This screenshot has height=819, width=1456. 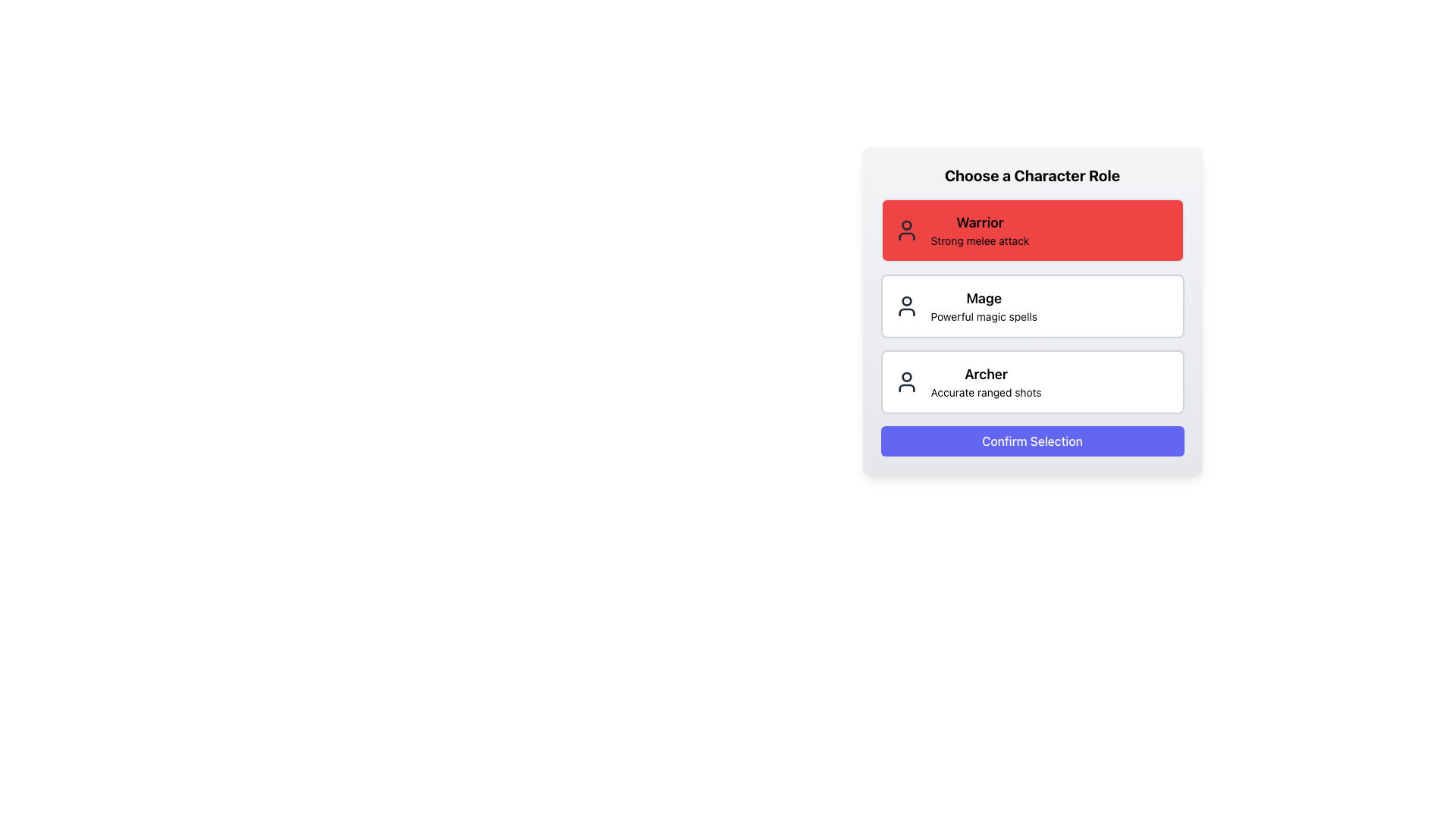 What do you see at coordinates (906, 306) in the screenshot?
I see `the 'Mage' role icon located in the second card of the character selection interface, which visually represents the role and helps users distinguish it intuitively` at bounding box center [906, 306].